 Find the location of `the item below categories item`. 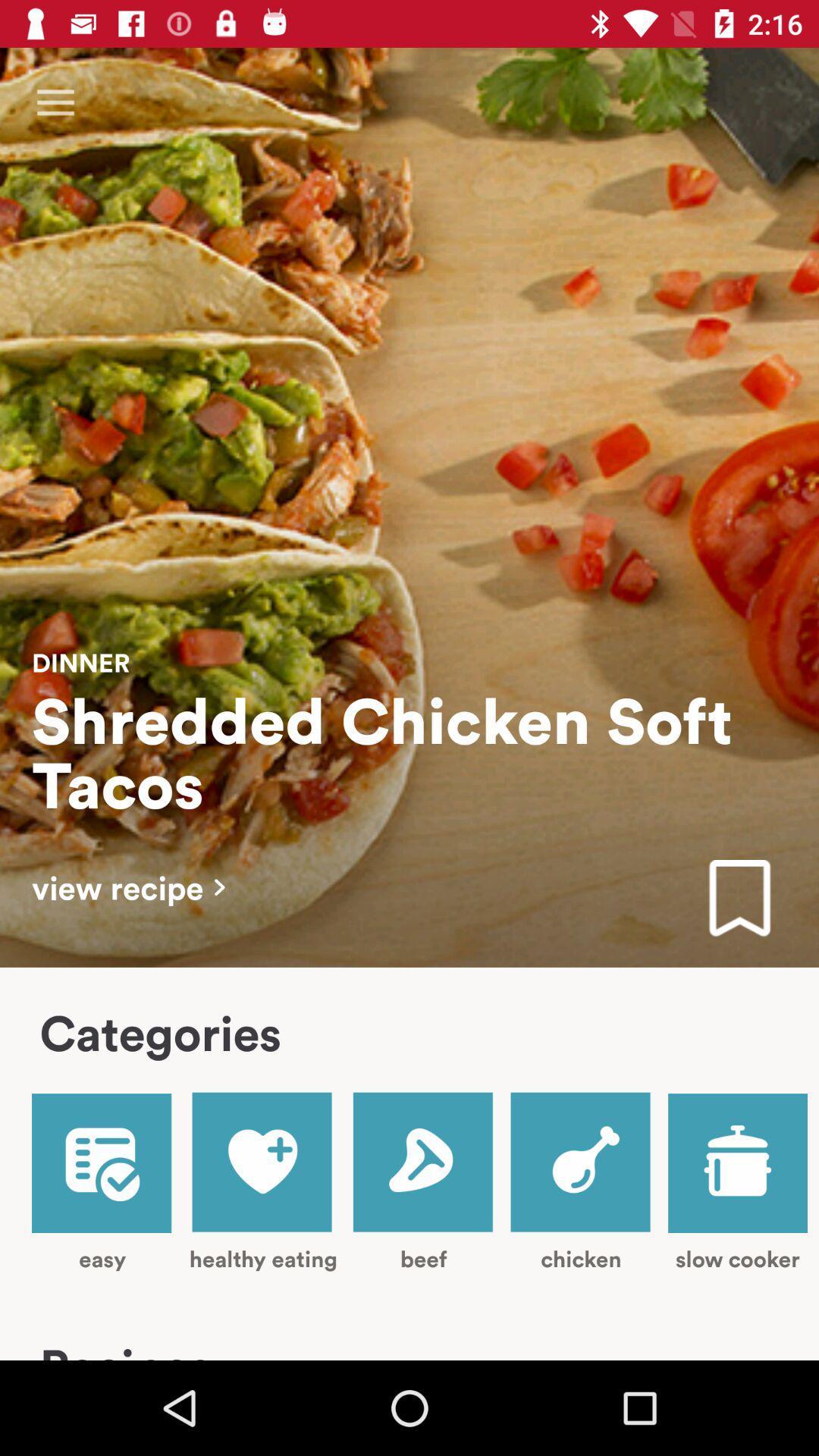

the item below categories item is located at coordinates (102, 1182).